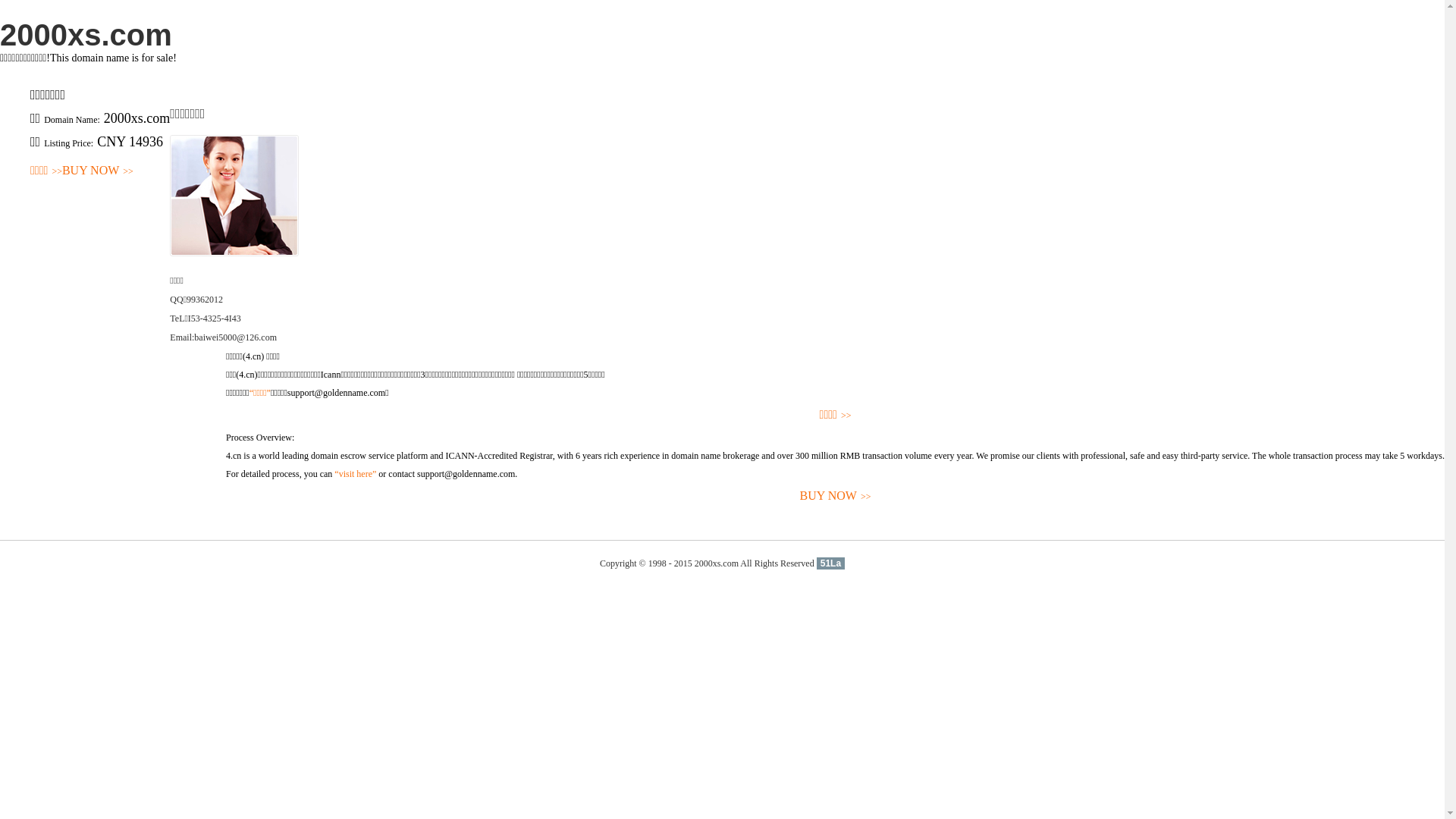  I want to click on 'BUY NOW>>', so click(97, 171).